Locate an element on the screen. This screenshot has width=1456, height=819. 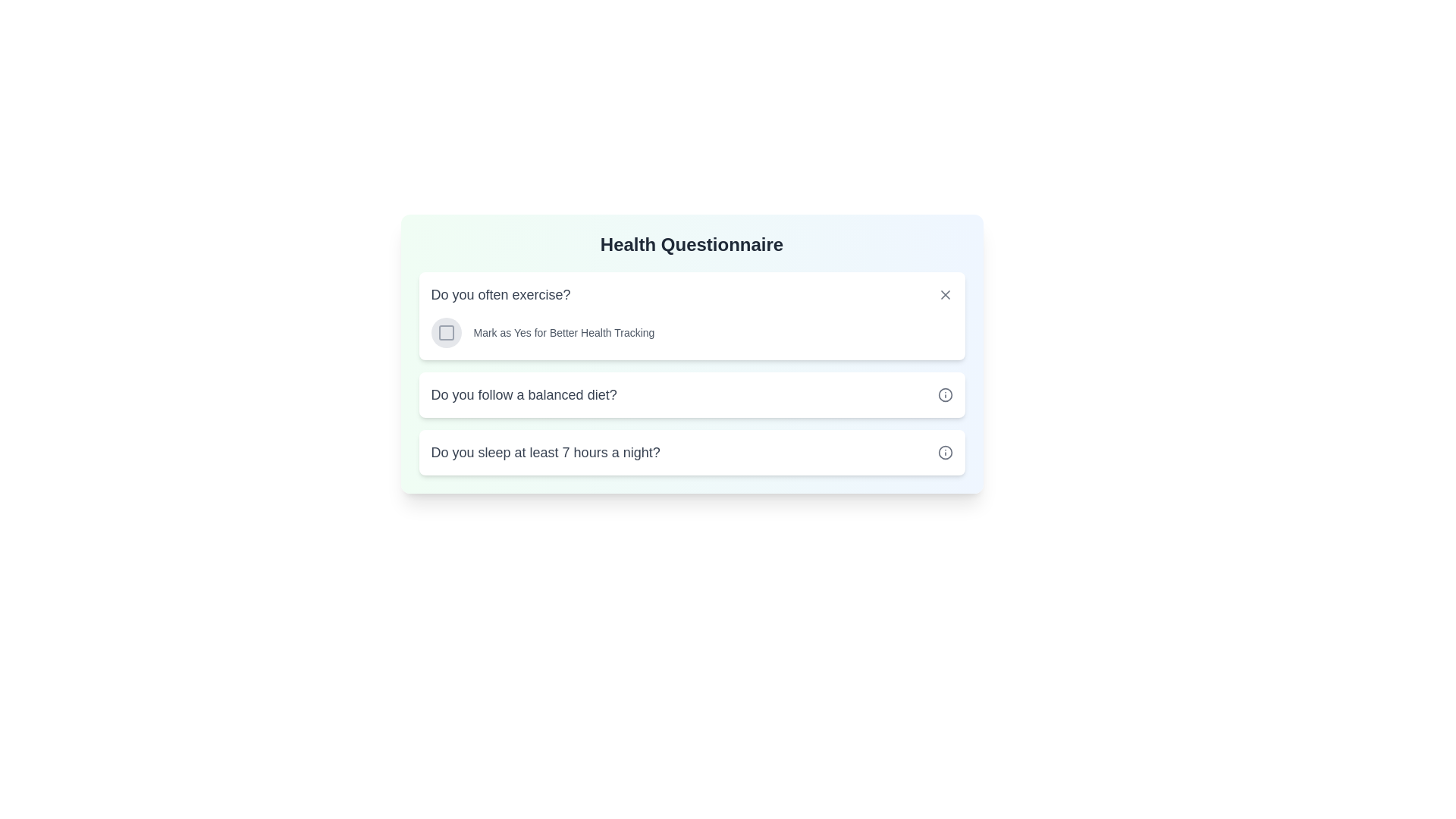
the leftmost button under the text 'Mark as Yes for Better Health Tracking' is located at coordinates (445, 332).